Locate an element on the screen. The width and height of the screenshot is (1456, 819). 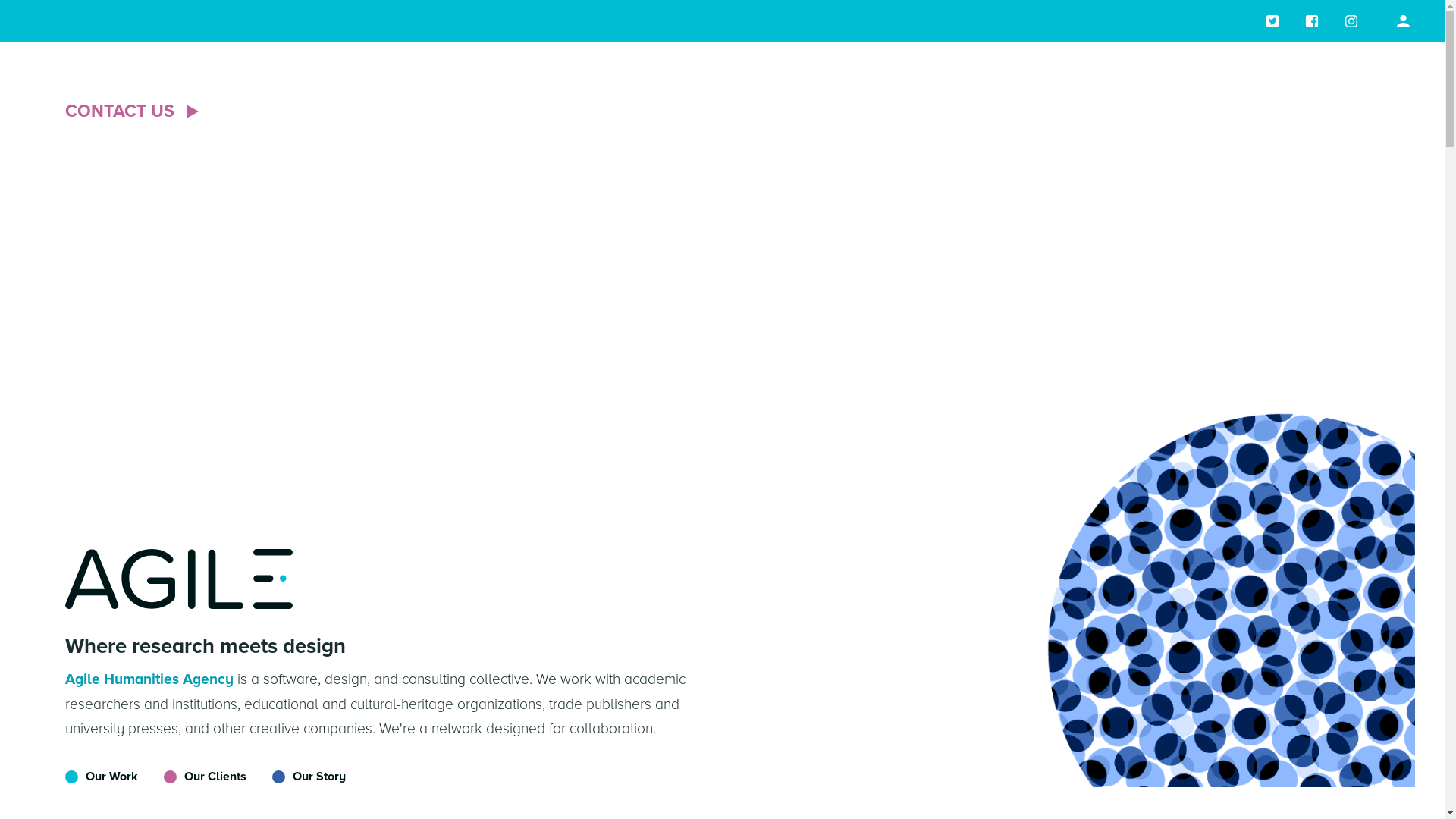
'Our Clients' is located at coordinates (193, 776).